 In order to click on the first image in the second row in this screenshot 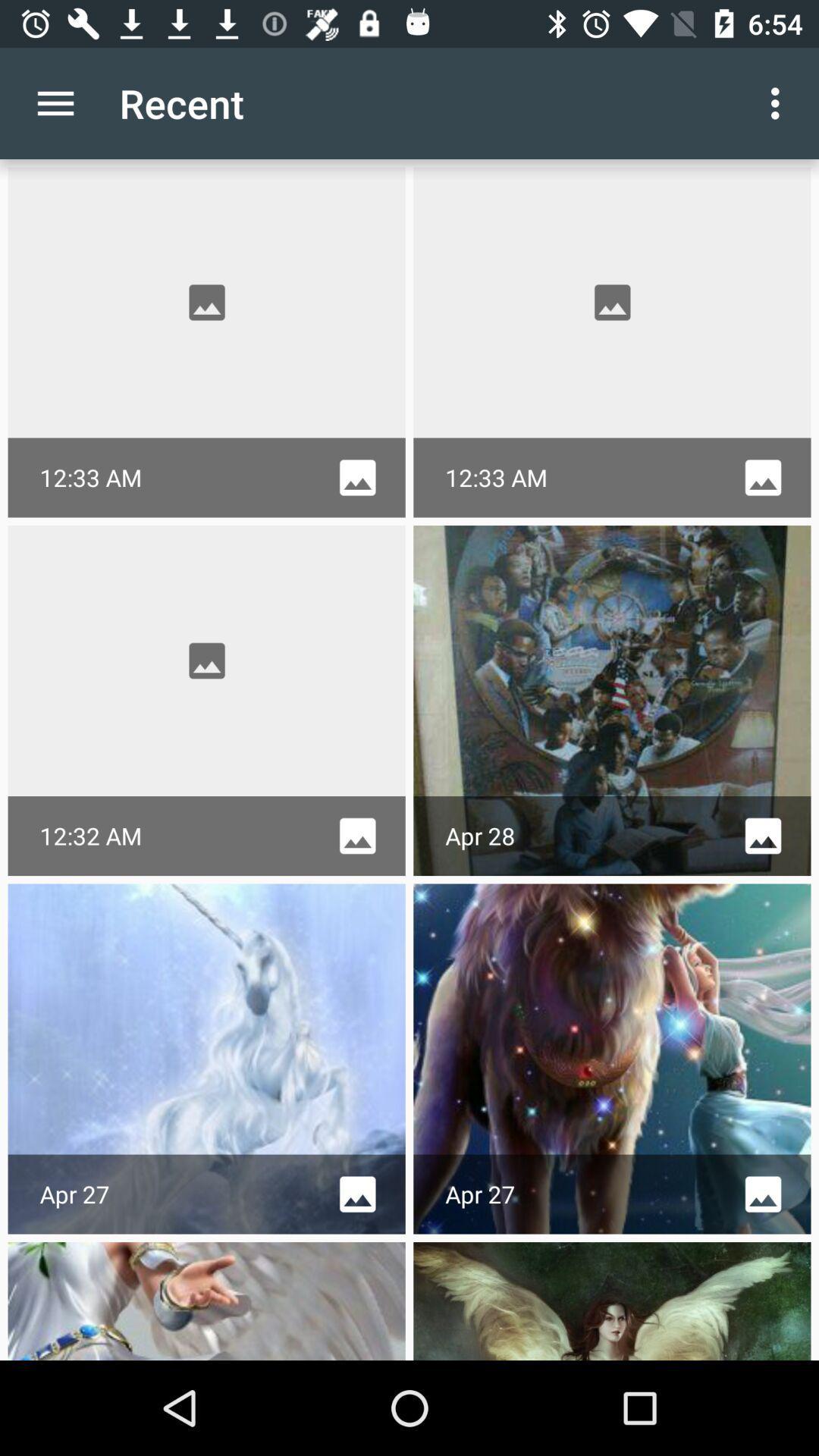, I will do `click(207, 661)`.